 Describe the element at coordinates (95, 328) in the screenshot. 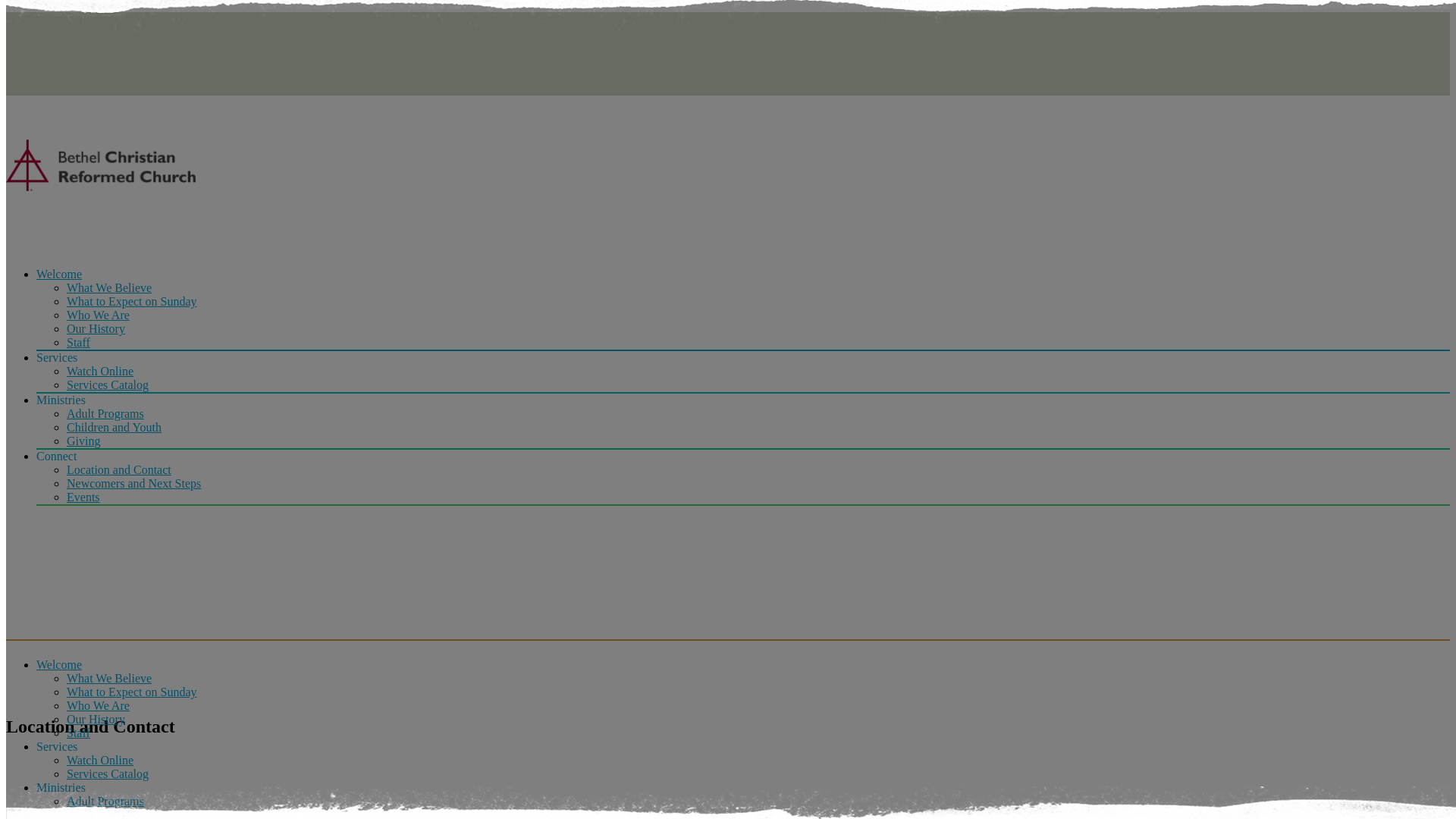

I see `'Our History'` at that location.